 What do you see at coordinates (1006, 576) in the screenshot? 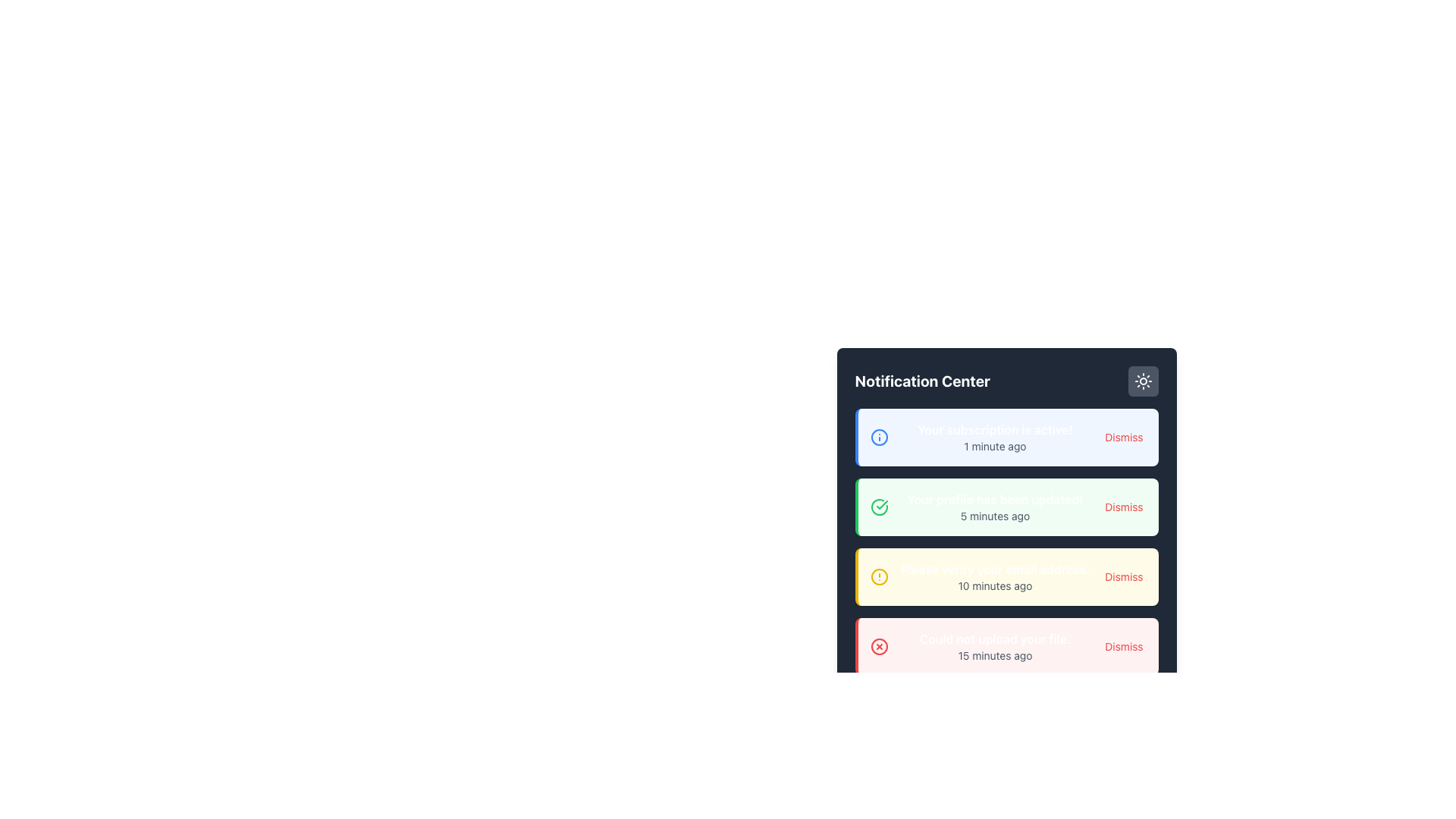
I see `the 'Dismiss' button on the third notification card in the 'Notification Center' panel` at bounding box center [1006, 576].